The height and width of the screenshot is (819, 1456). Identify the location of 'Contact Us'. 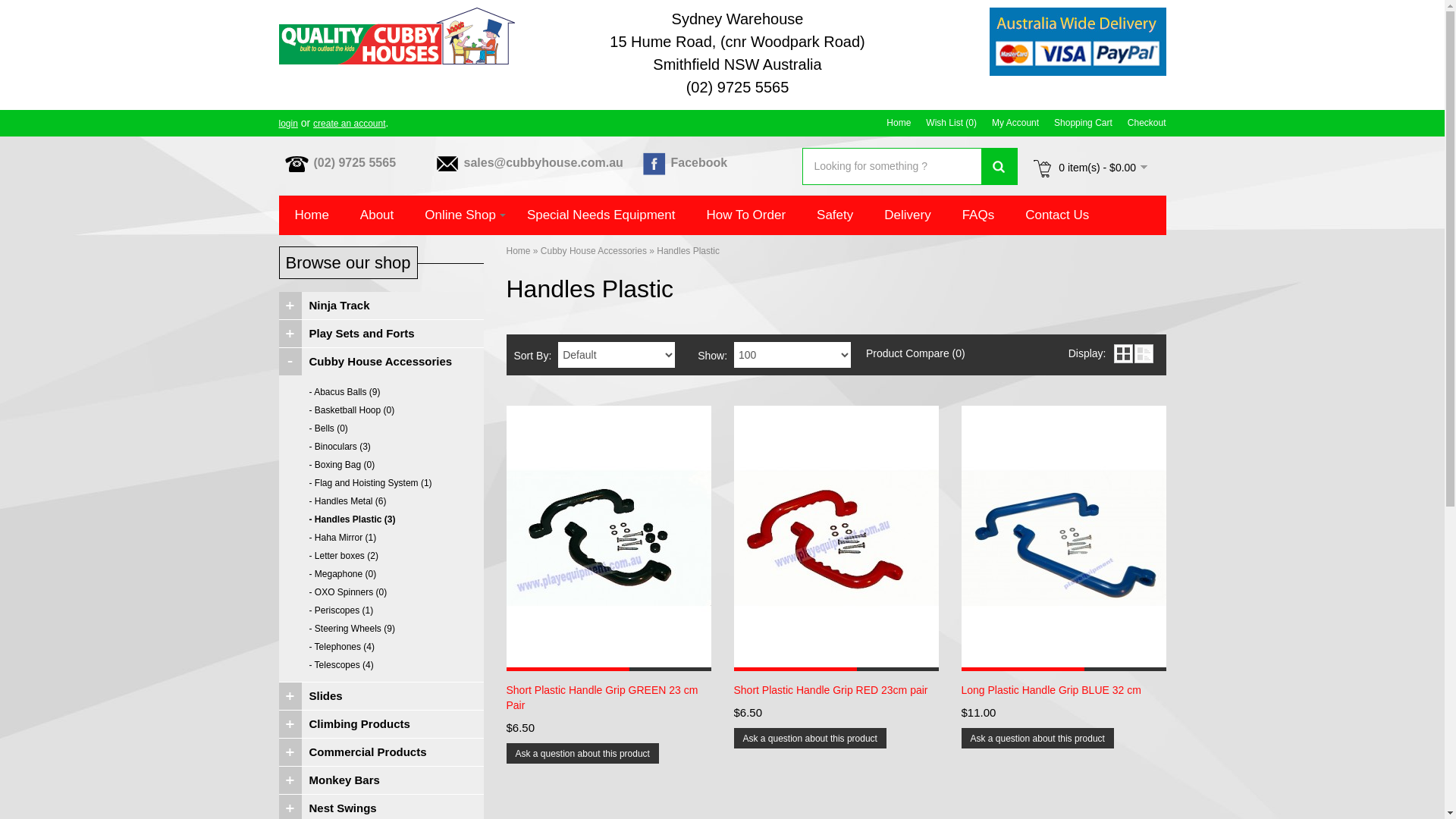
(1056, 215).